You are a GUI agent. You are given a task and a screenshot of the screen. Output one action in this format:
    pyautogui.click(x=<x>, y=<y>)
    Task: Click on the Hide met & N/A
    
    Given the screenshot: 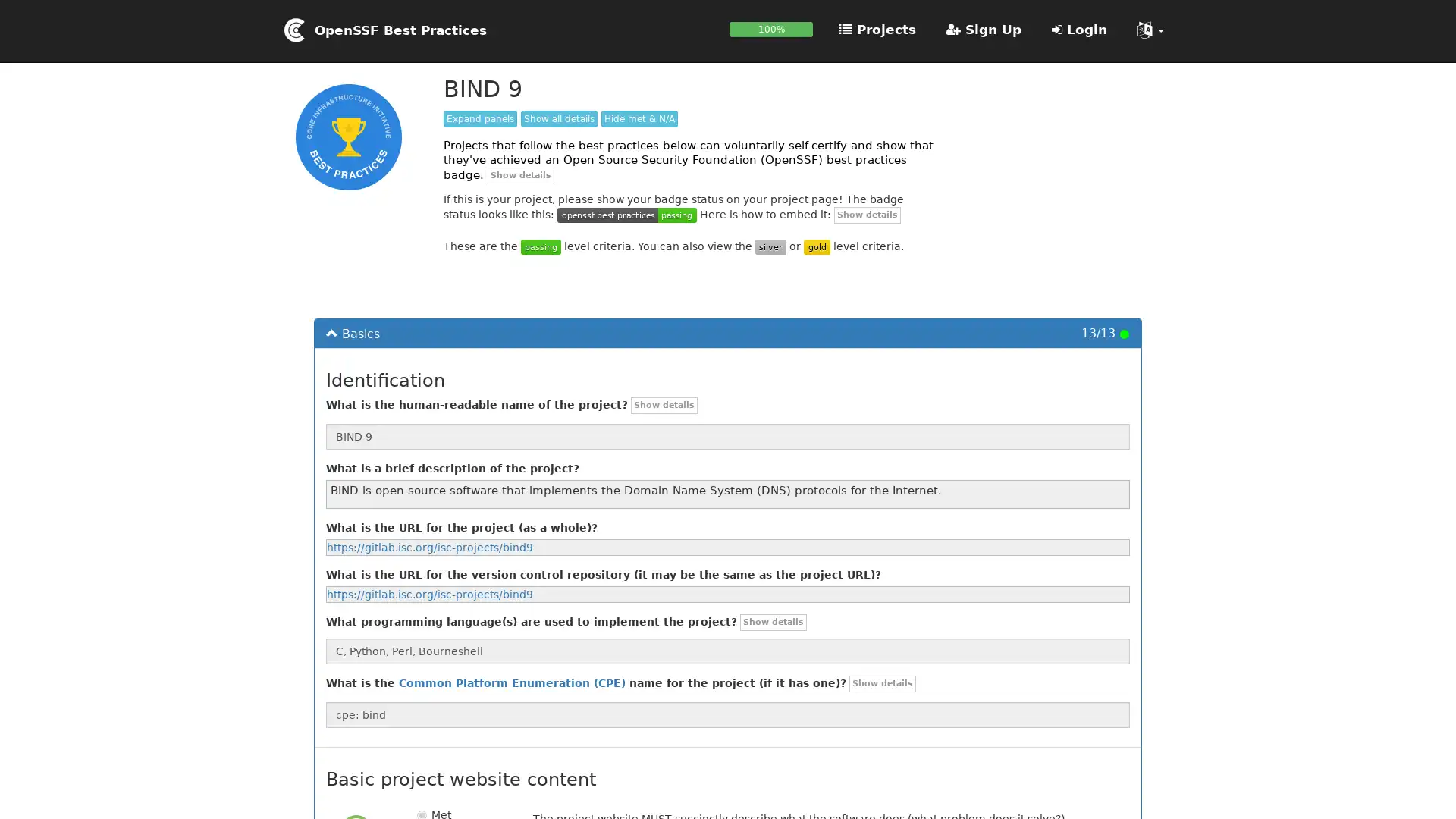 What is the action you would take?
    pyautogui.click(x=639, y=118)
    